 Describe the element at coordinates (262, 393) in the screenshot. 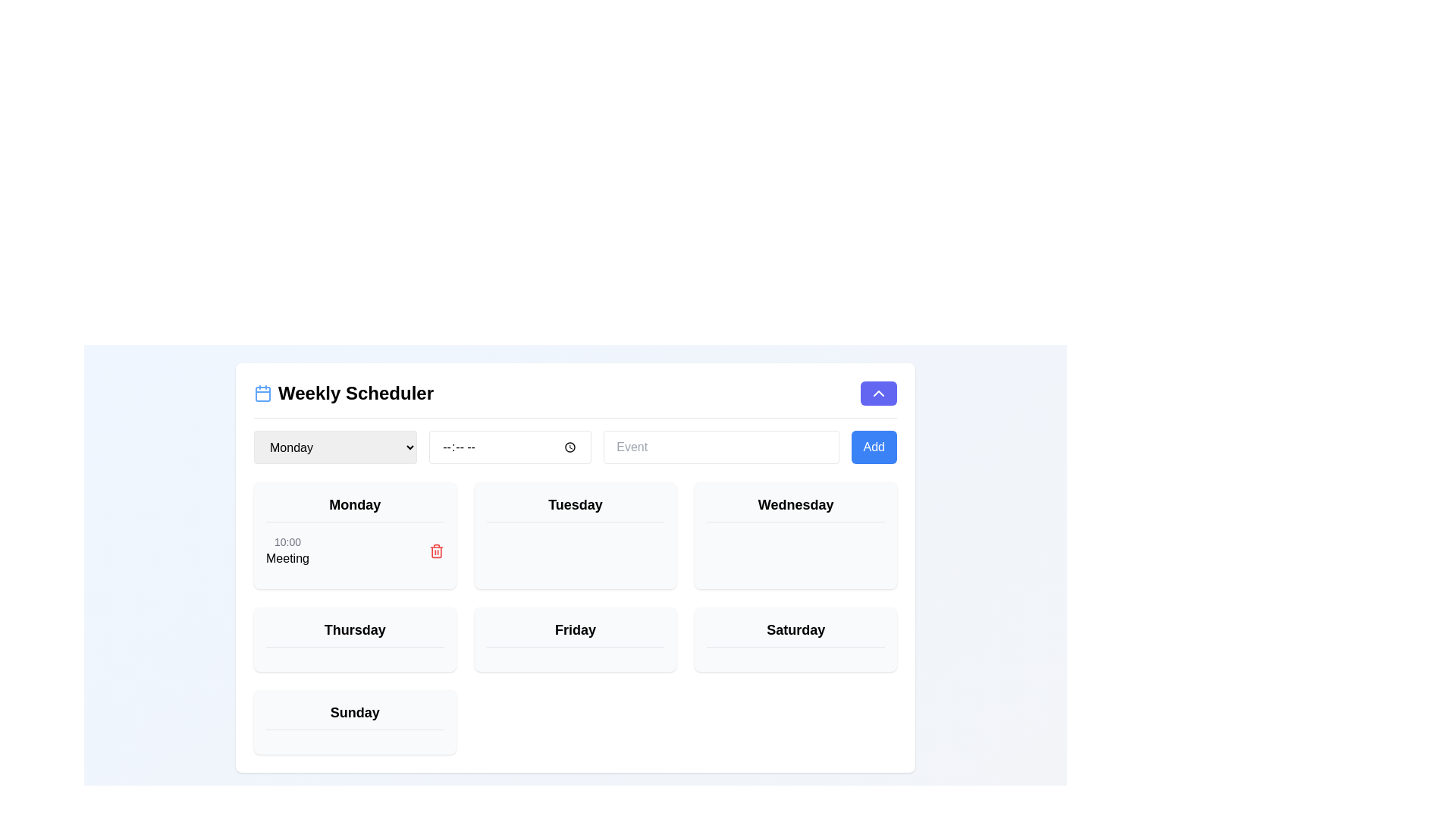

I see `the calendar icon, which is depicted with a square outline, two vertical lines at the top, and is light blue in color, located to the left of the 'Weekly Scheduler' title` at that location.